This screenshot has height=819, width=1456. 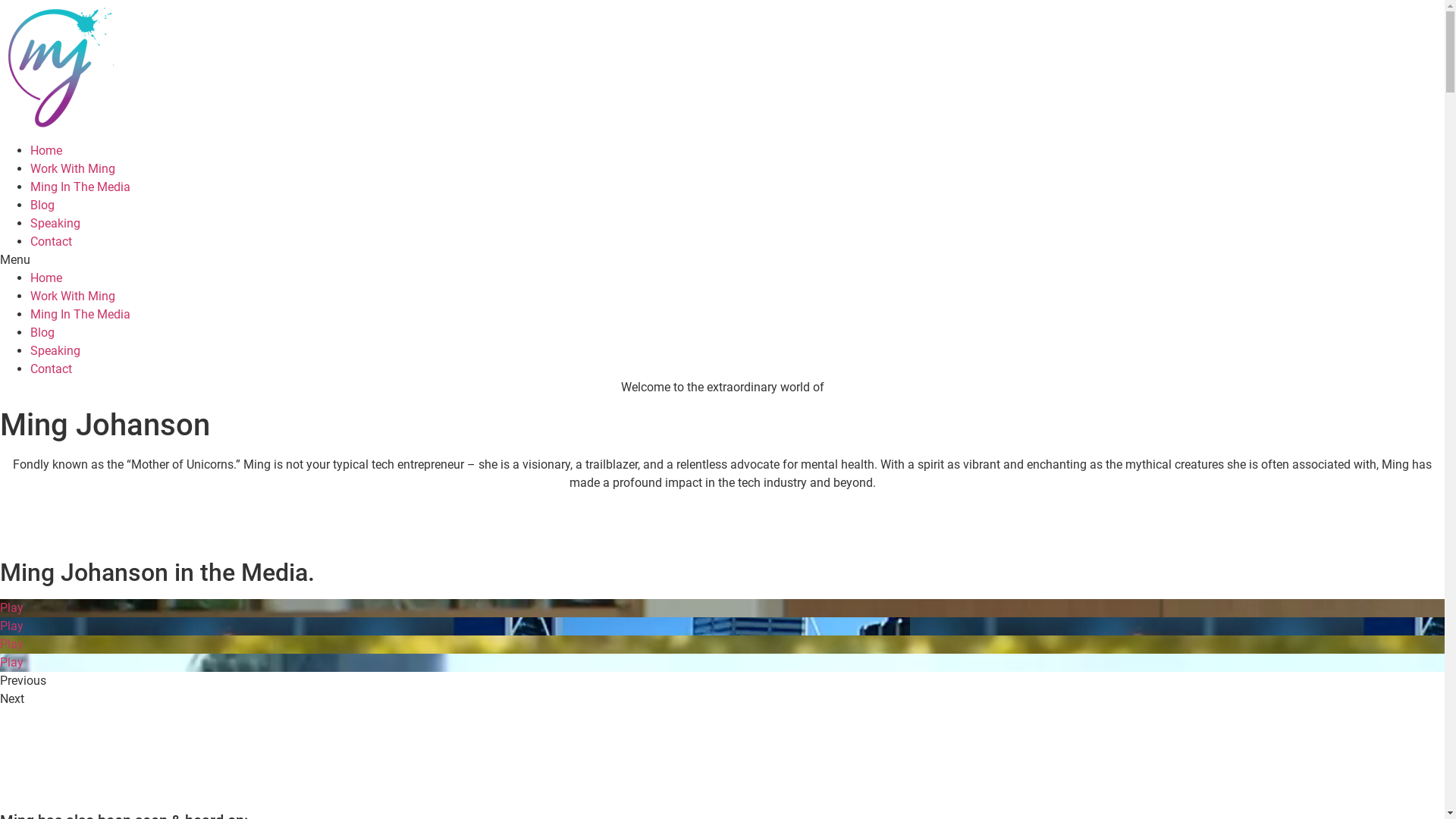 What do you see at coordinates (79, 186) in the screenshot?
I see `'Ming In The Media'` at bounding box center [79, 186].